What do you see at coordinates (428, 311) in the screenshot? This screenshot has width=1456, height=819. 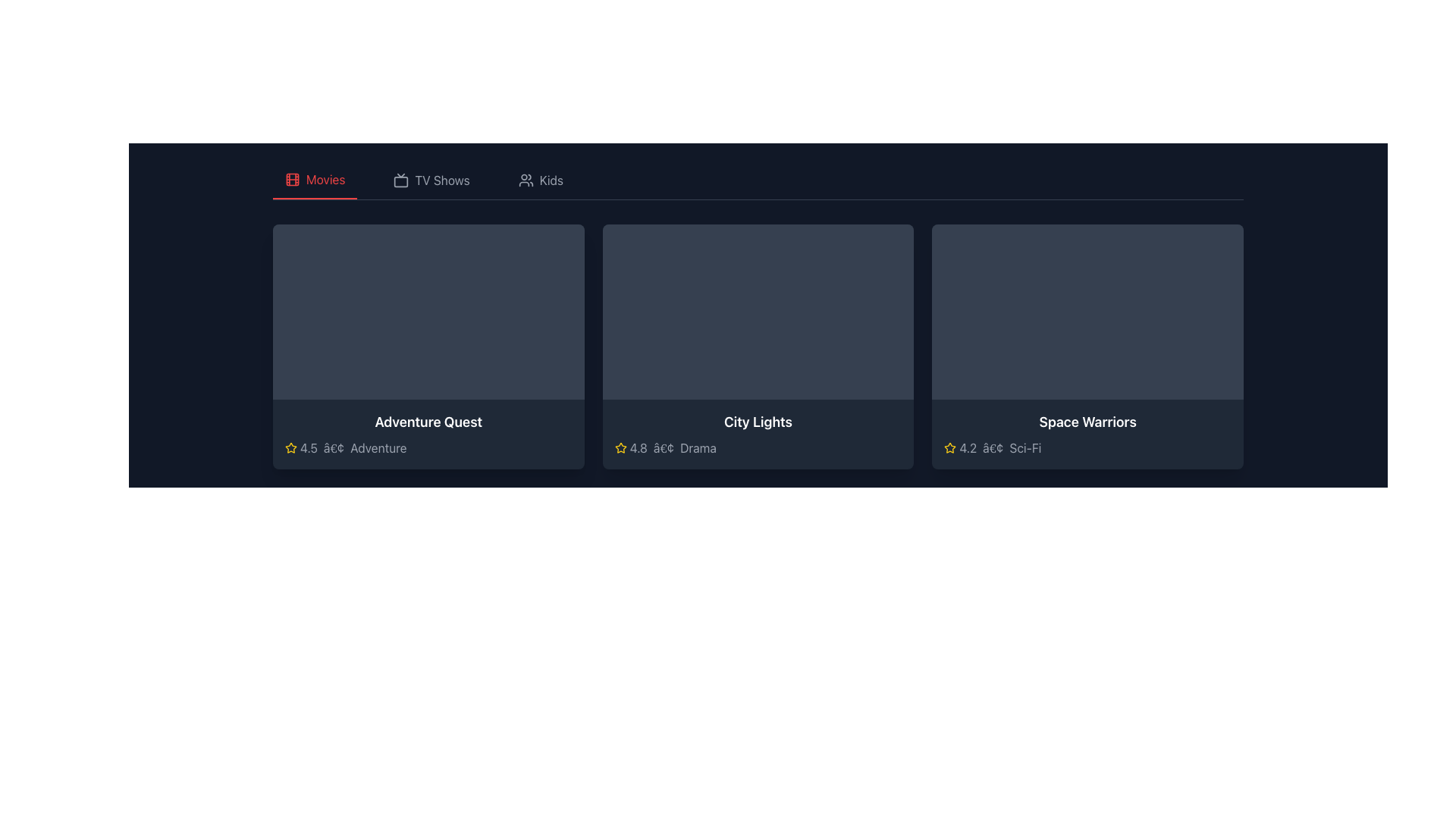 I see `the dark gray placeholder for a visual component located above the 'Adventure Quest' title in the left card of the horizontal row` at bounding box center [428, 311].